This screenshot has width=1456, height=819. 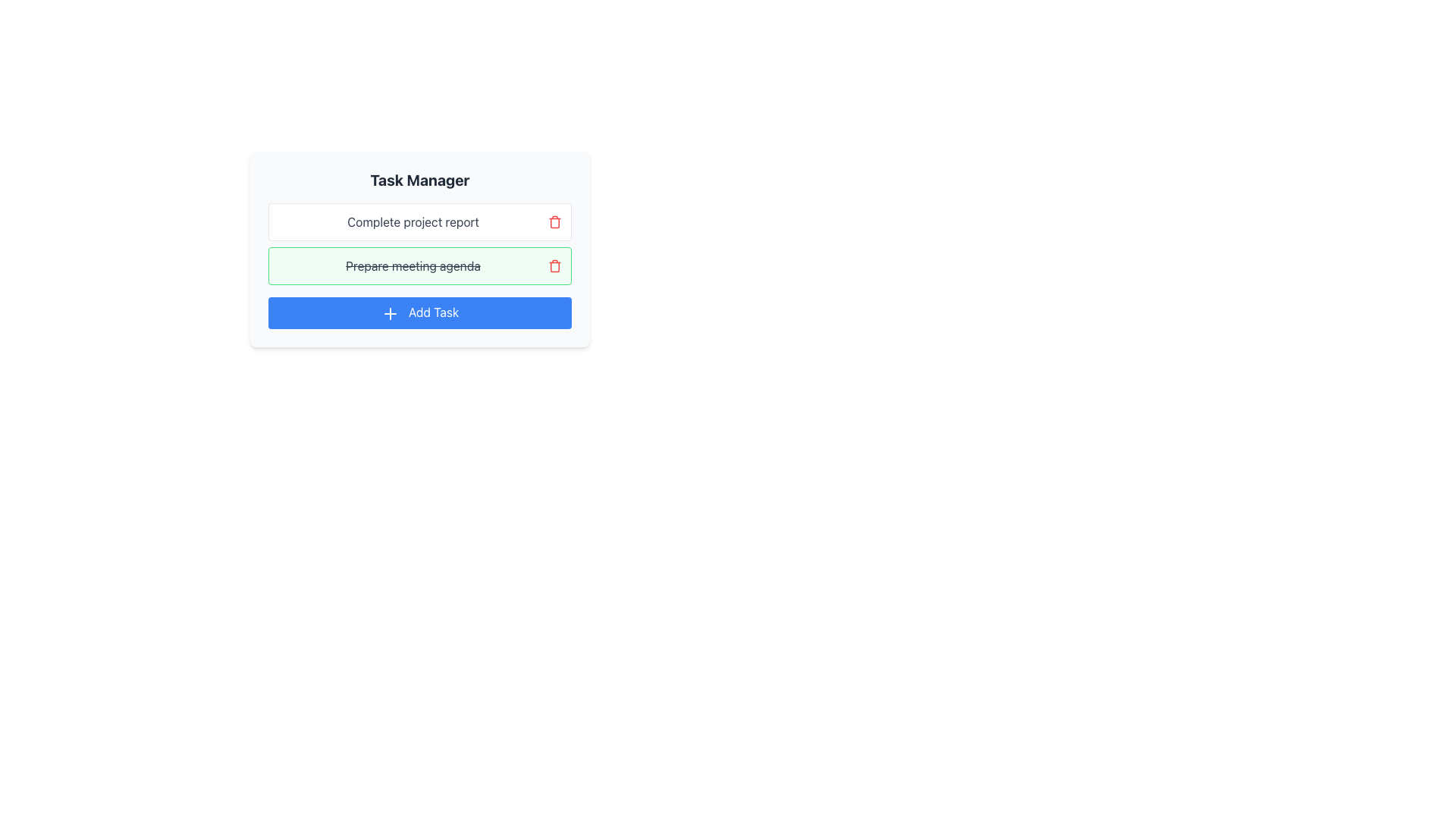 What do you see at coordinates (419, 243) in the screenshot?
I see `the List component` at bounding box center [419, 243].